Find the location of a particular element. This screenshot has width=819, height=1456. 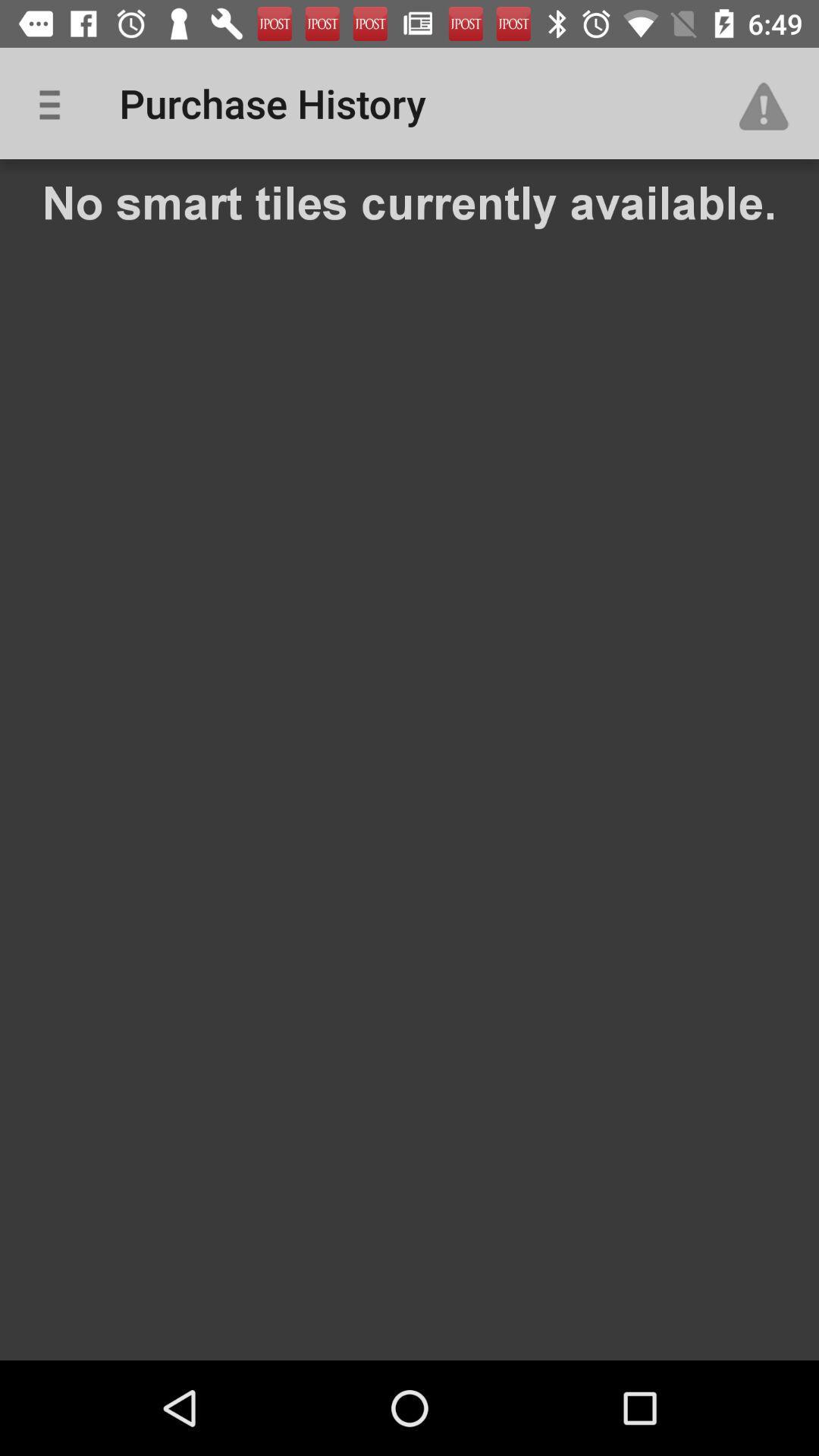

app next to the purchase history app is located at coordinates (771, 102).